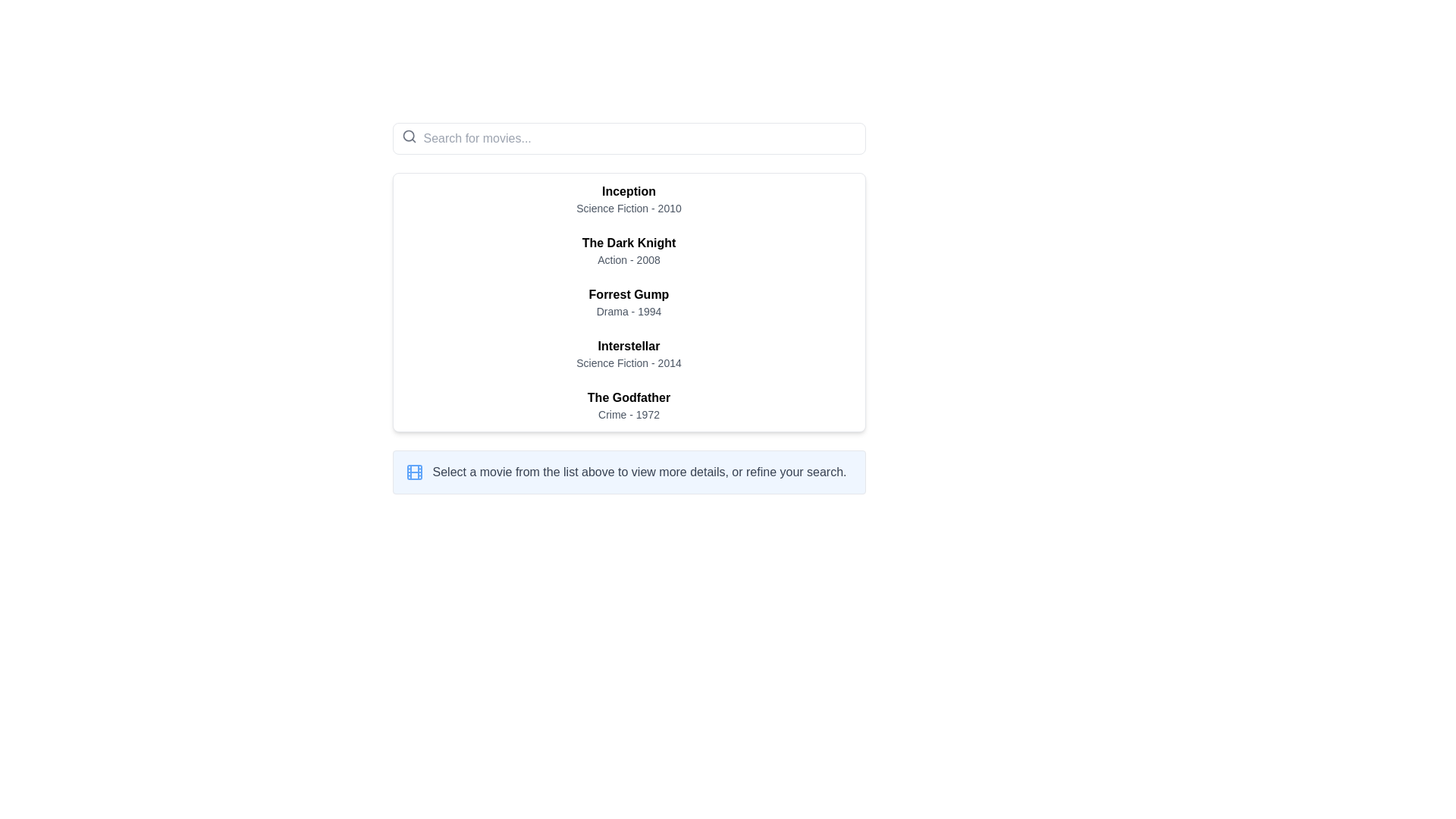 The image size is (1456, 819). Describe the element at coordinates (409, 136) in the screenshot. I see `the magnifying-glass icon located to the left of the search input field at the top-center of the interface` at that location.